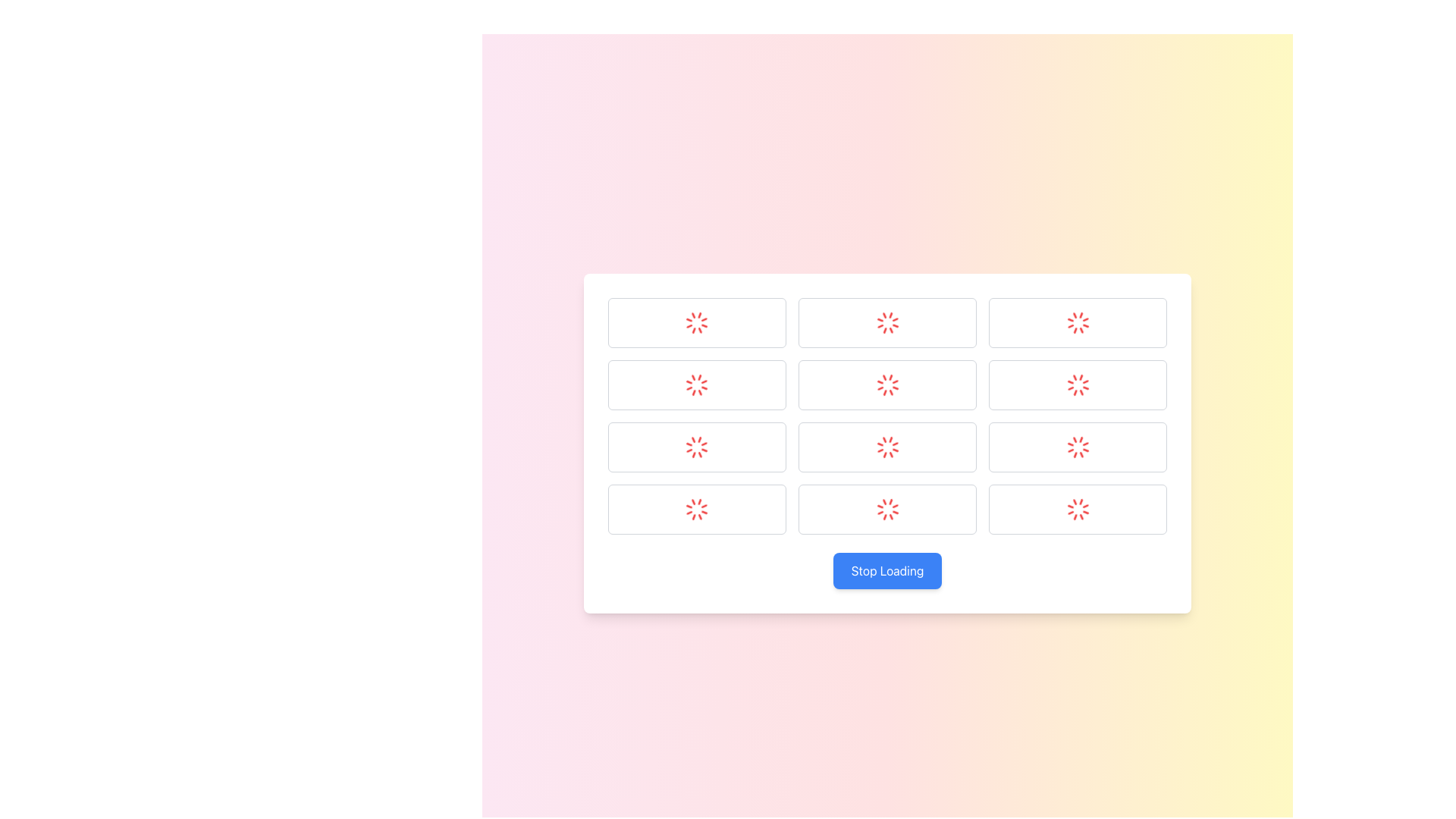 The image size is (1456, 819). I want to click on the loading indicator that is part of the first row and first column in a grid layout, indicating that the system is busy or processing, so click(696, 322).